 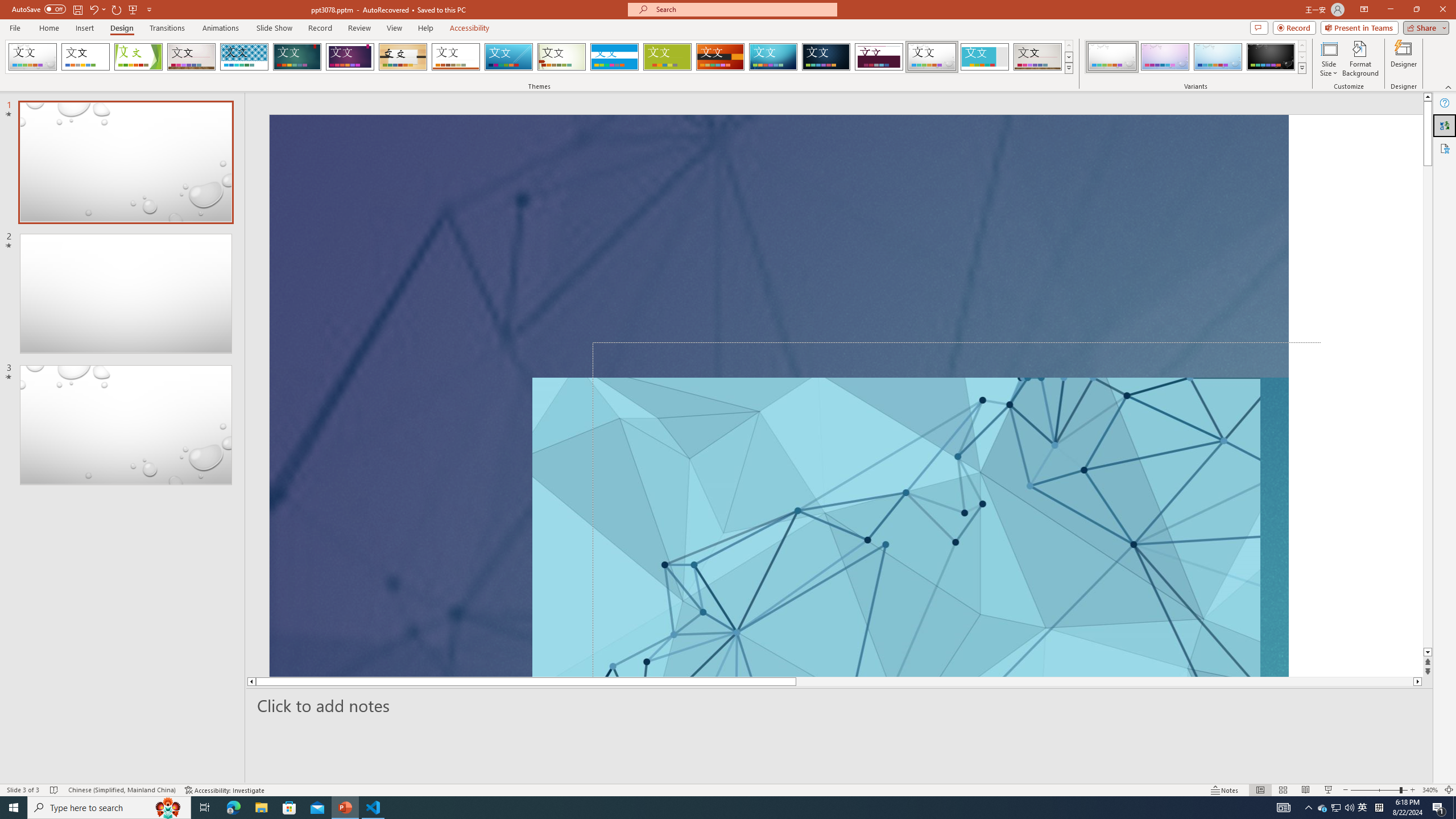 What do you see at coordinates (614, 56) in the screenshot?
I see `'Banded'` at bounding box center [614, 56].